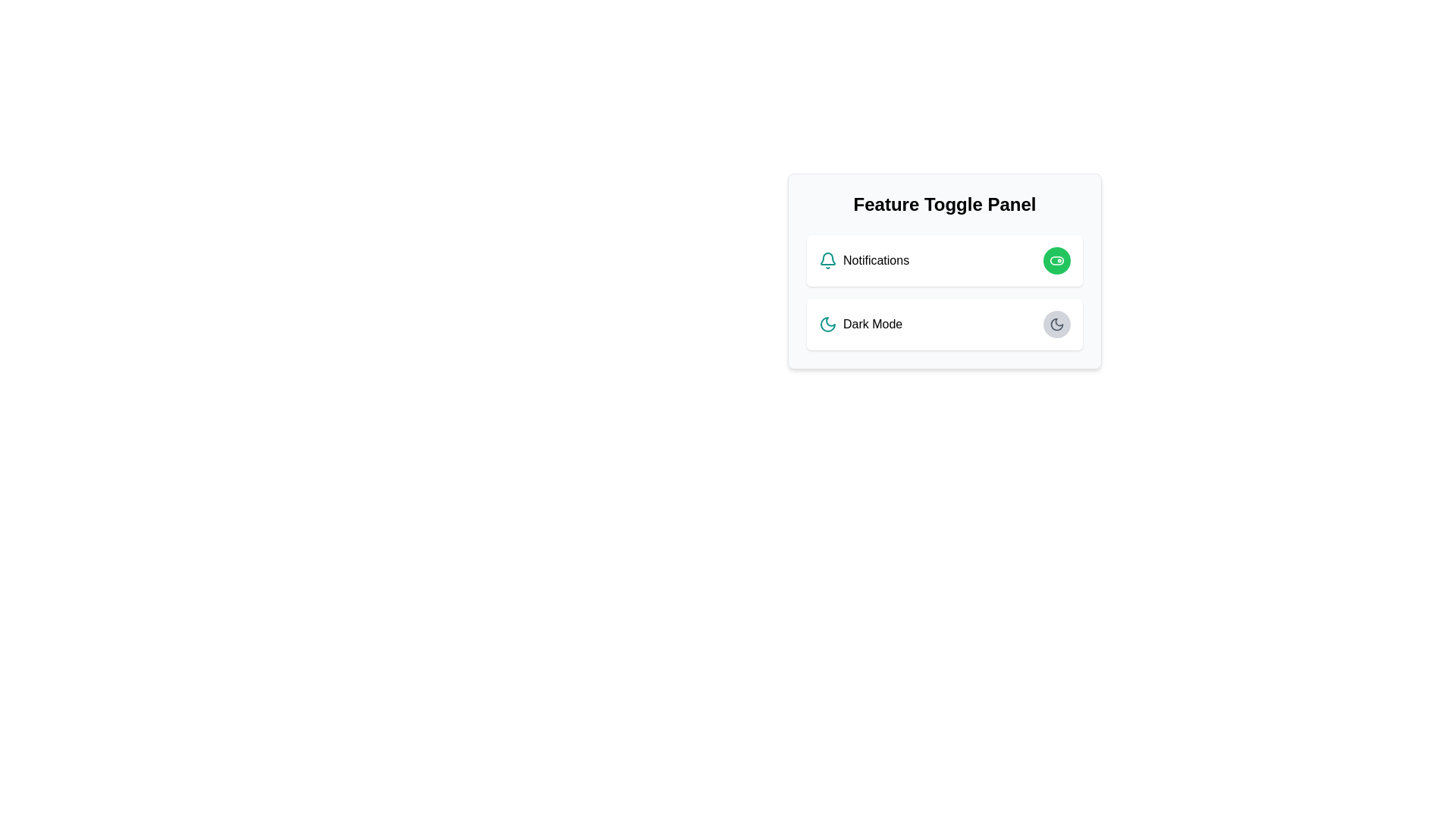 This screenshot has height=819, width=1456. I want to click on the crescent moon icon in the 'Dark Mode' toggle option, located within the 'Feature Toggle Panel' on the right side of the toggle, so click(827, 324).